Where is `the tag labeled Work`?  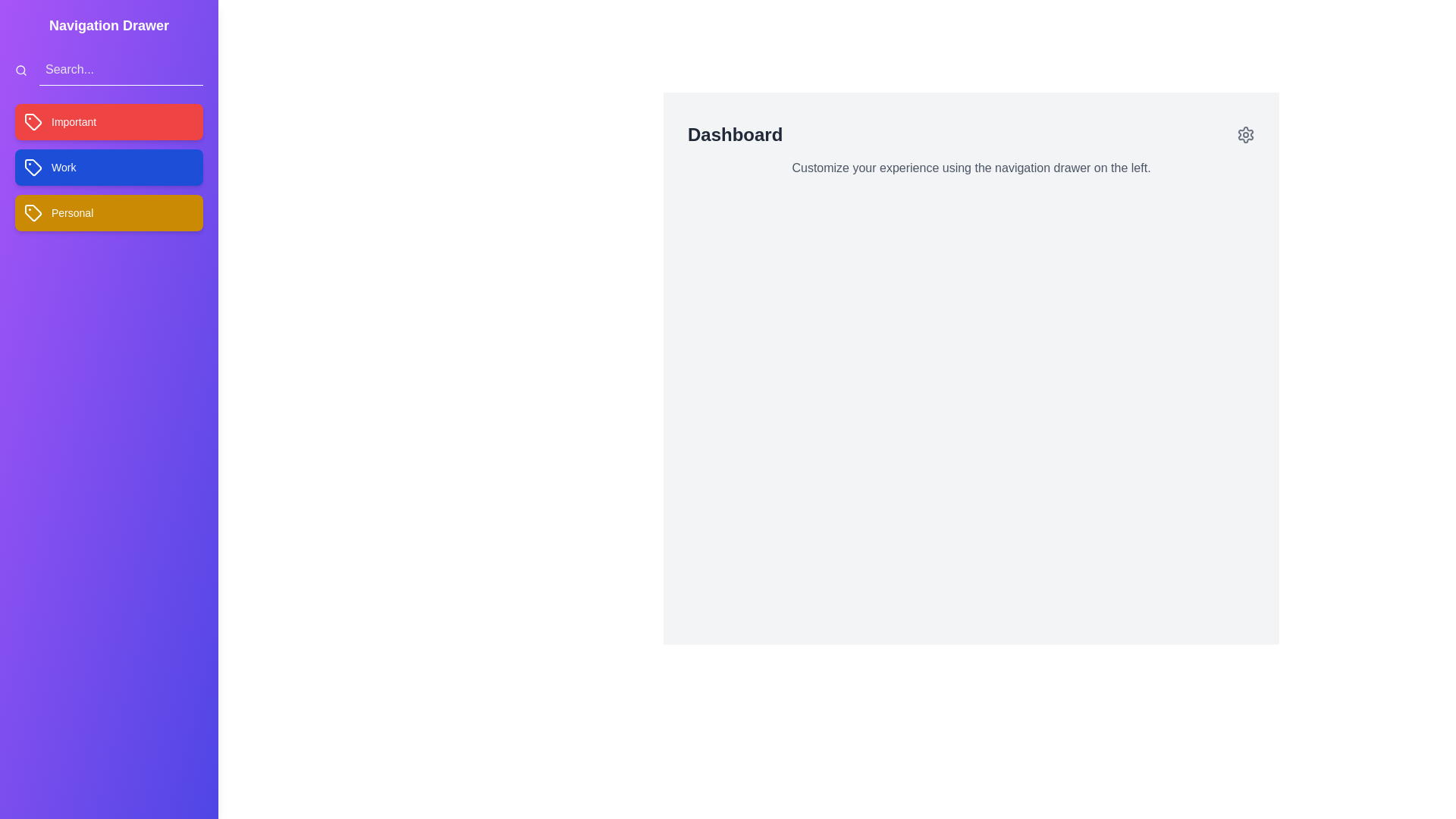 the tag labeled Work is located at coordinates (108, 167).